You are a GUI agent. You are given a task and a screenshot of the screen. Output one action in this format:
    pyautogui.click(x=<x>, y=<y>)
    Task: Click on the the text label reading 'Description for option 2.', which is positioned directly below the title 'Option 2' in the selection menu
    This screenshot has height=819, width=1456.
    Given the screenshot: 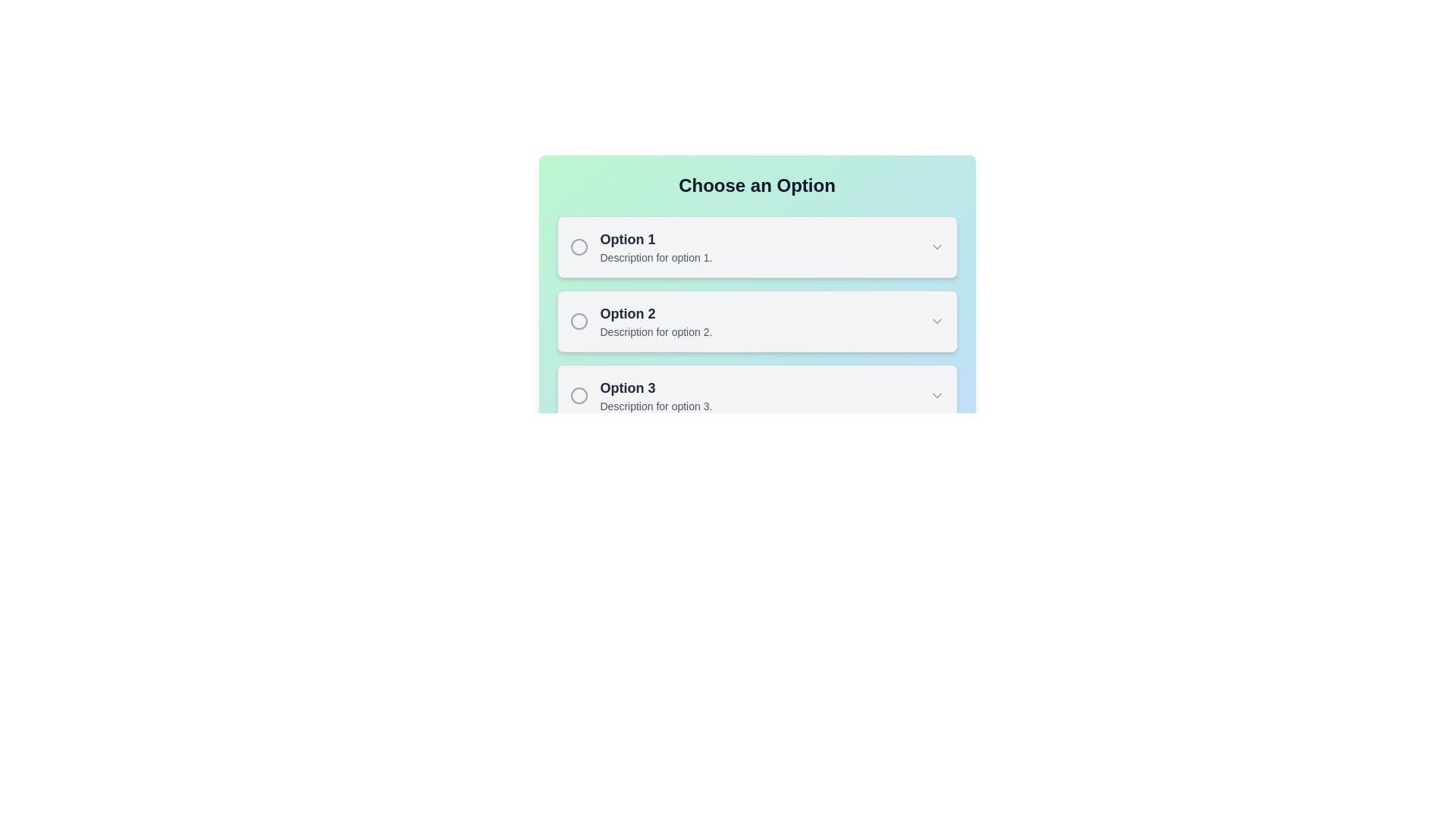 What is the action you would take?
    pyautogui.click(x=656, y=331)
    